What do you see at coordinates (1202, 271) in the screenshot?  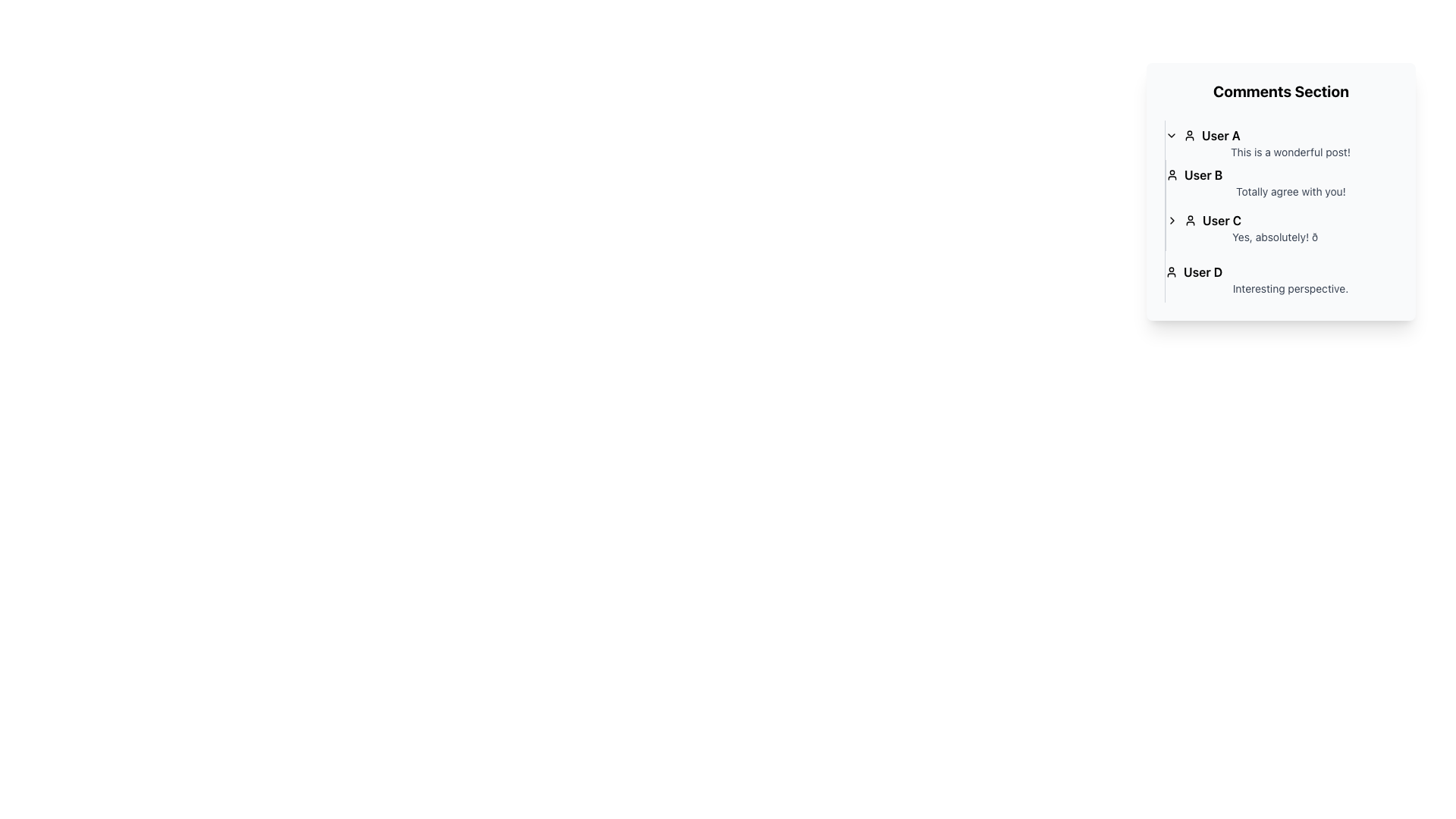 I see `the text label indicating 'User D' in the comments area, which serves as an identifier for the comment author` at bounding box center [1202, 271].